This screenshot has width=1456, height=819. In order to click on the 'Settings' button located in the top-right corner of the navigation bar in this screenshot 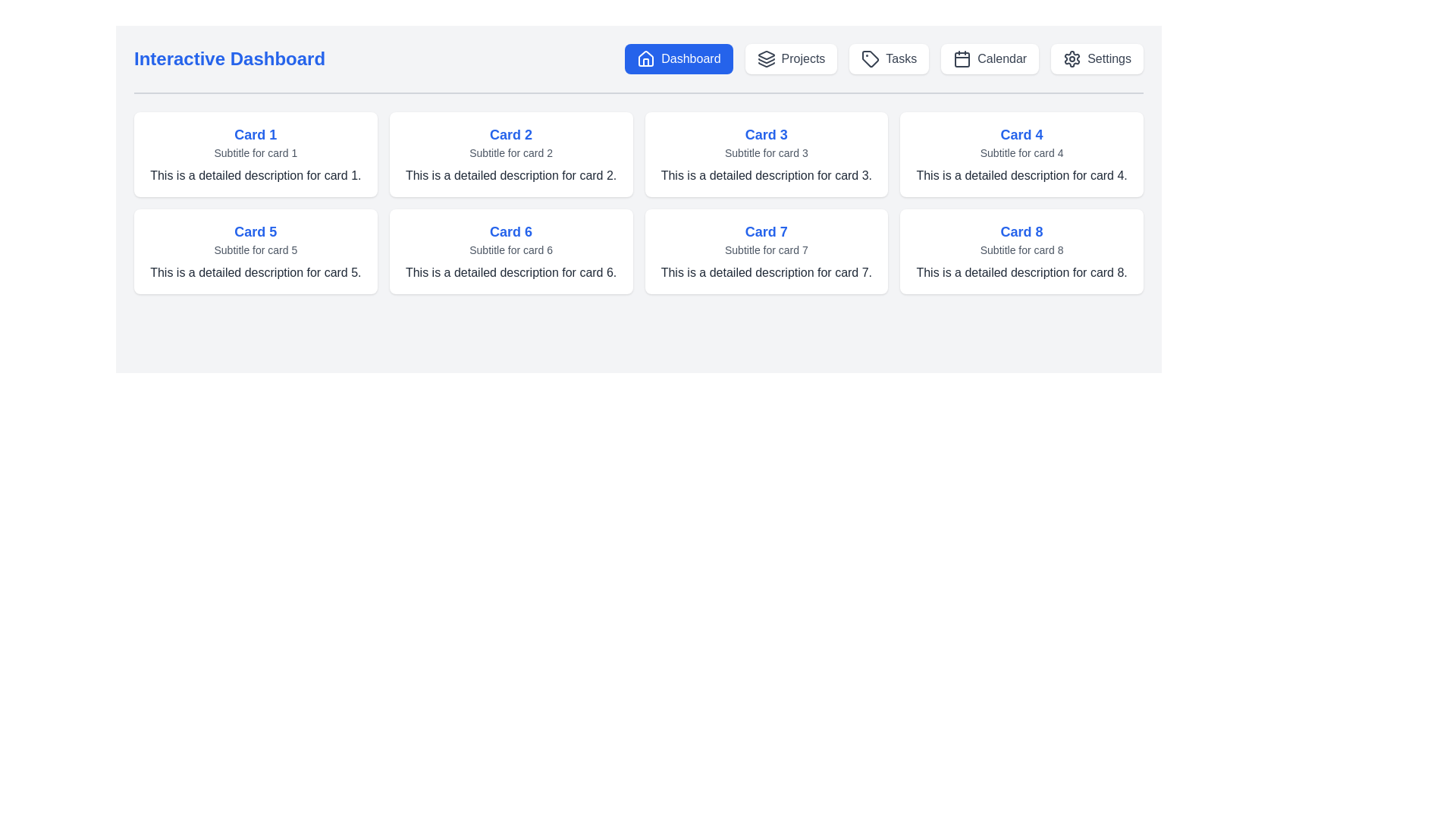, I will do `click(1097, 58)`.